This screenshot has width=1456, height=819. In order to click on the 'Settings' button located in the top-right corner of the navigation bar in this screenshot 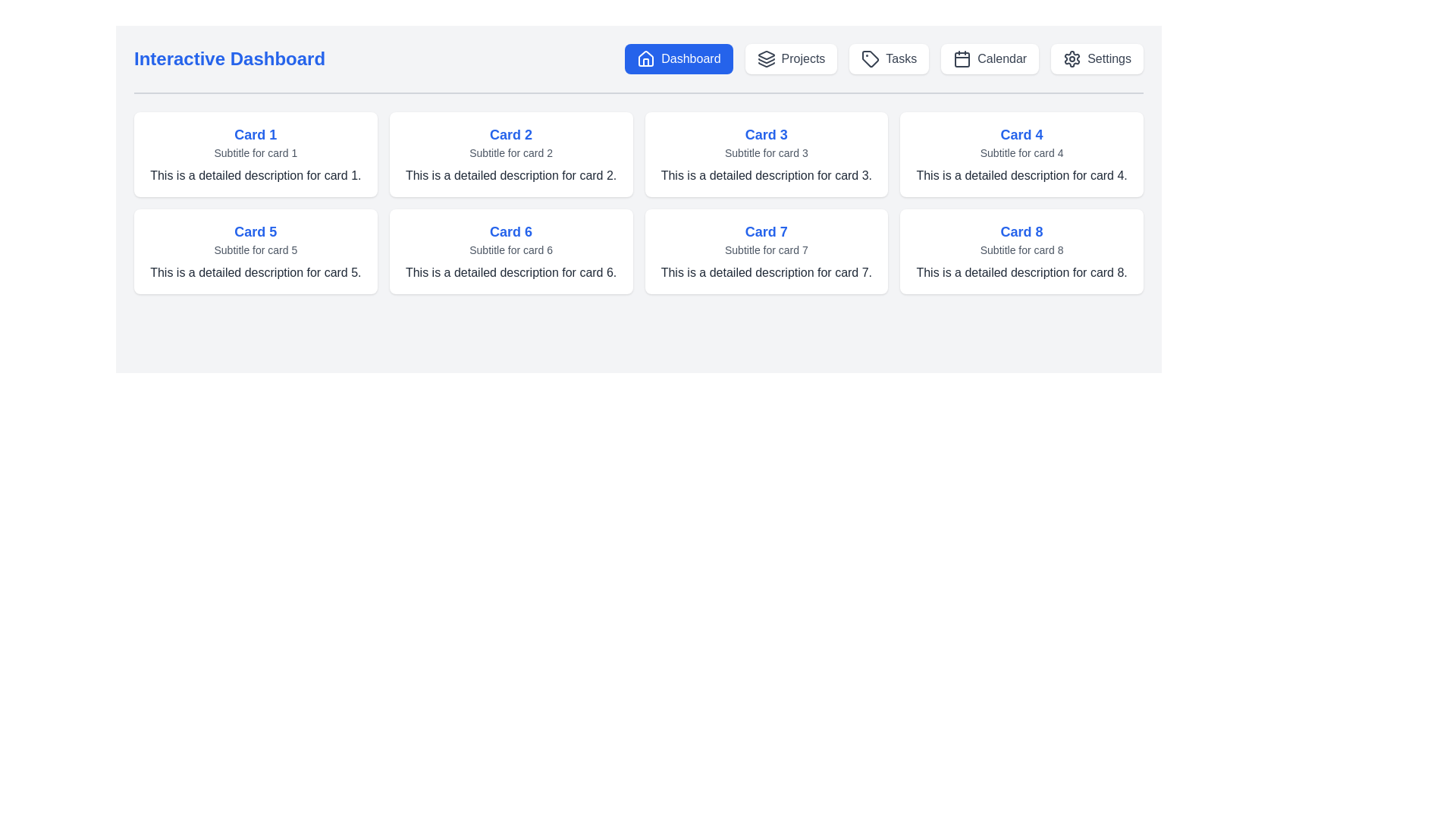, I will do `click(1097, 58)`.